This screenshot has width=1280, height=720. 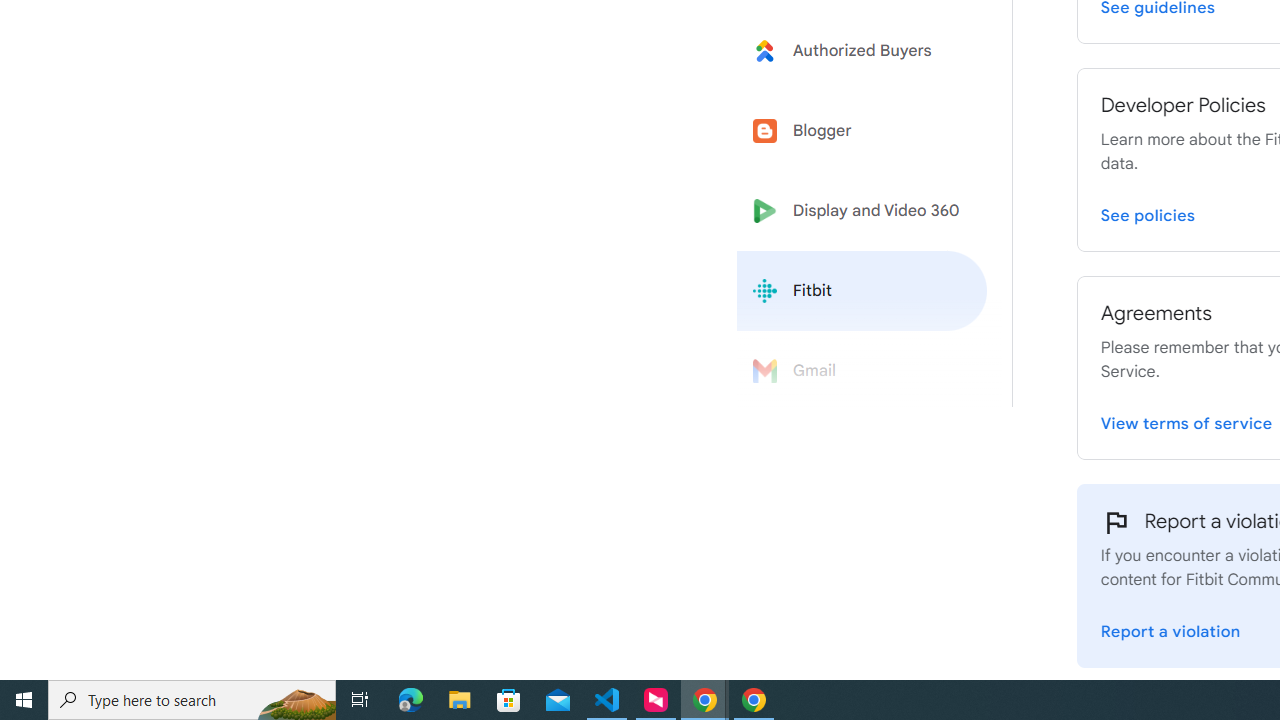 I want to click on 'Display and Video 360', so click(x=862, y=211).